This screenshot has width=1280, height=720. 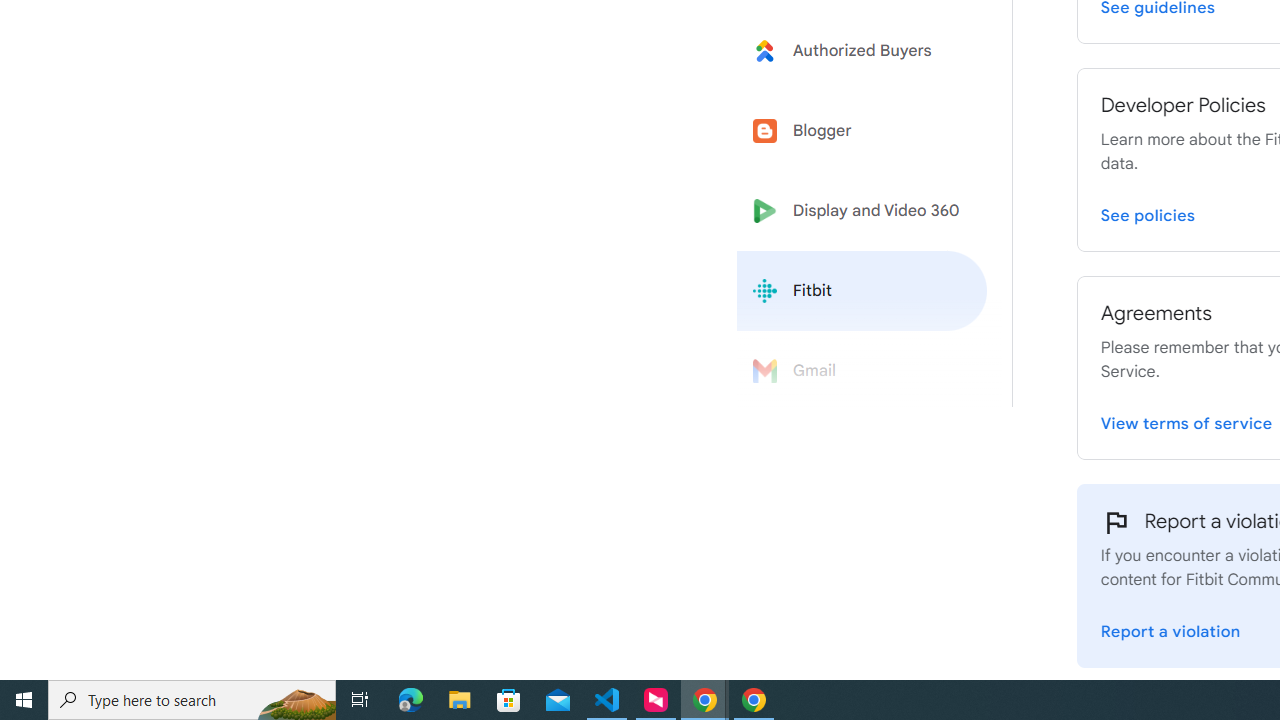 I want to click on 'Display and Video 360', so click(x=862, y=211).